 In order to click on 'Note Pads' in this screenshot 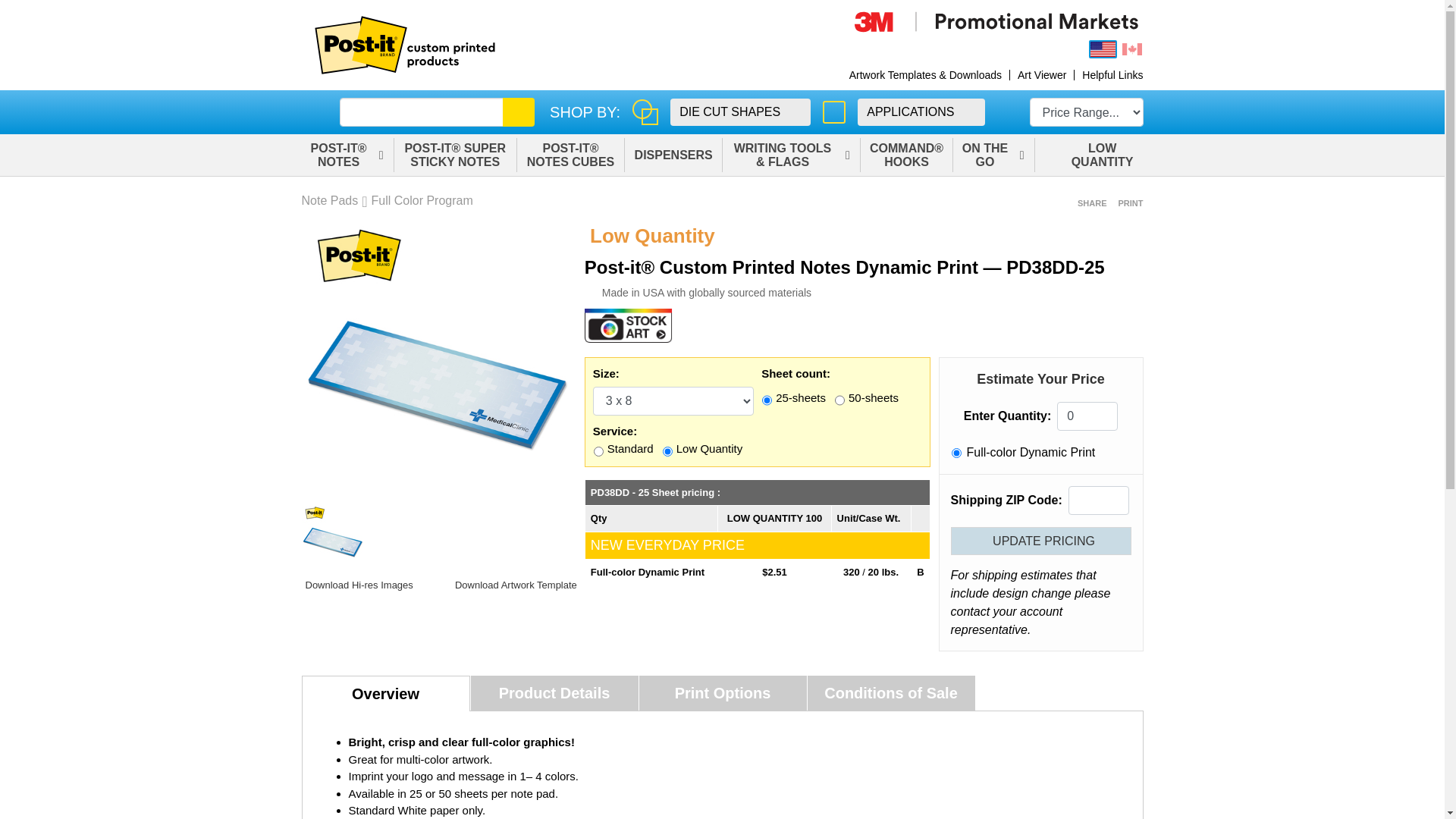, I will do `click(329, 200)`.